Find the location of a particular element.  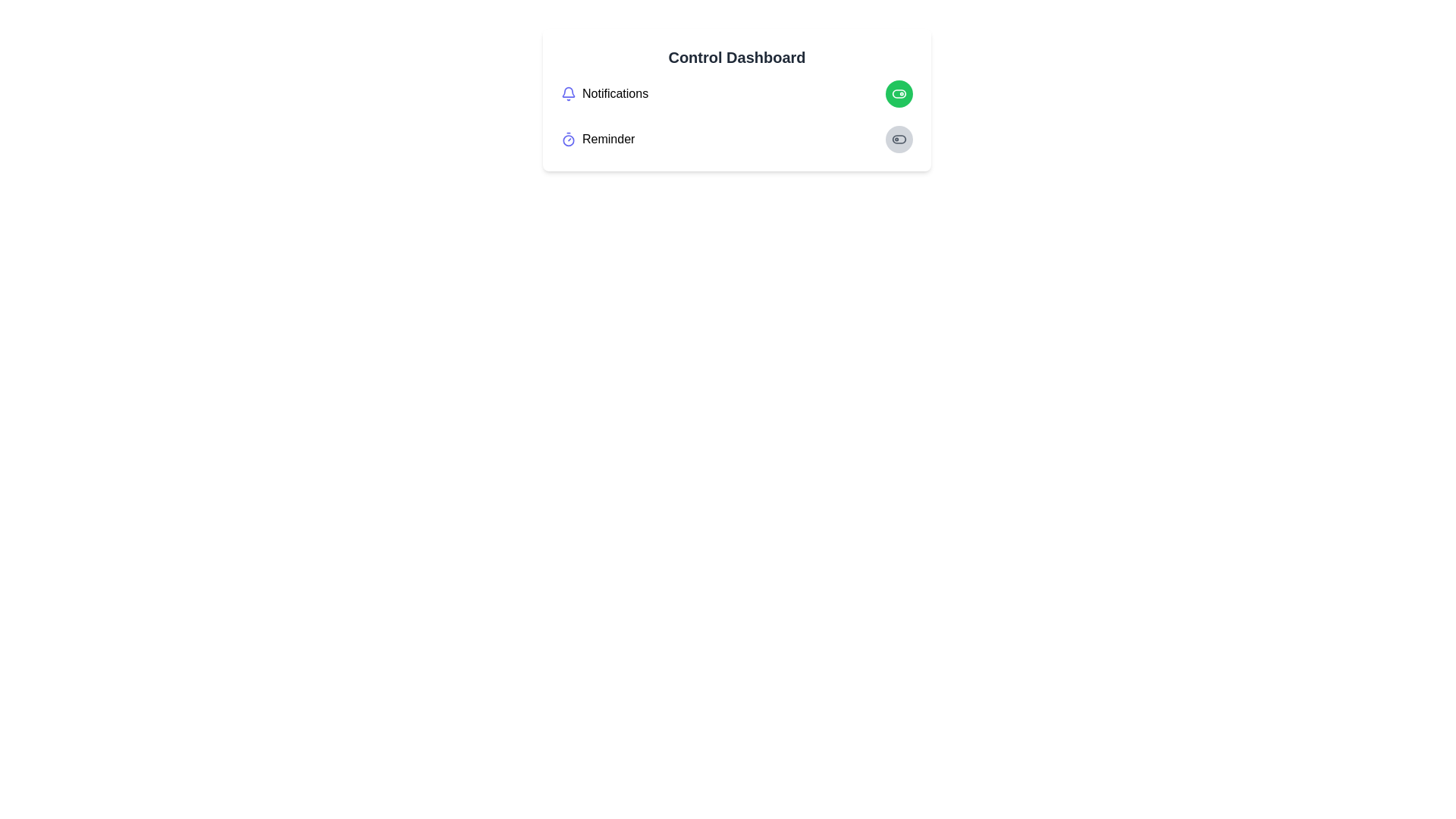

the toggle switch for the 'Reminder' feature in the control dashboard is located at coordinates (899, 140).